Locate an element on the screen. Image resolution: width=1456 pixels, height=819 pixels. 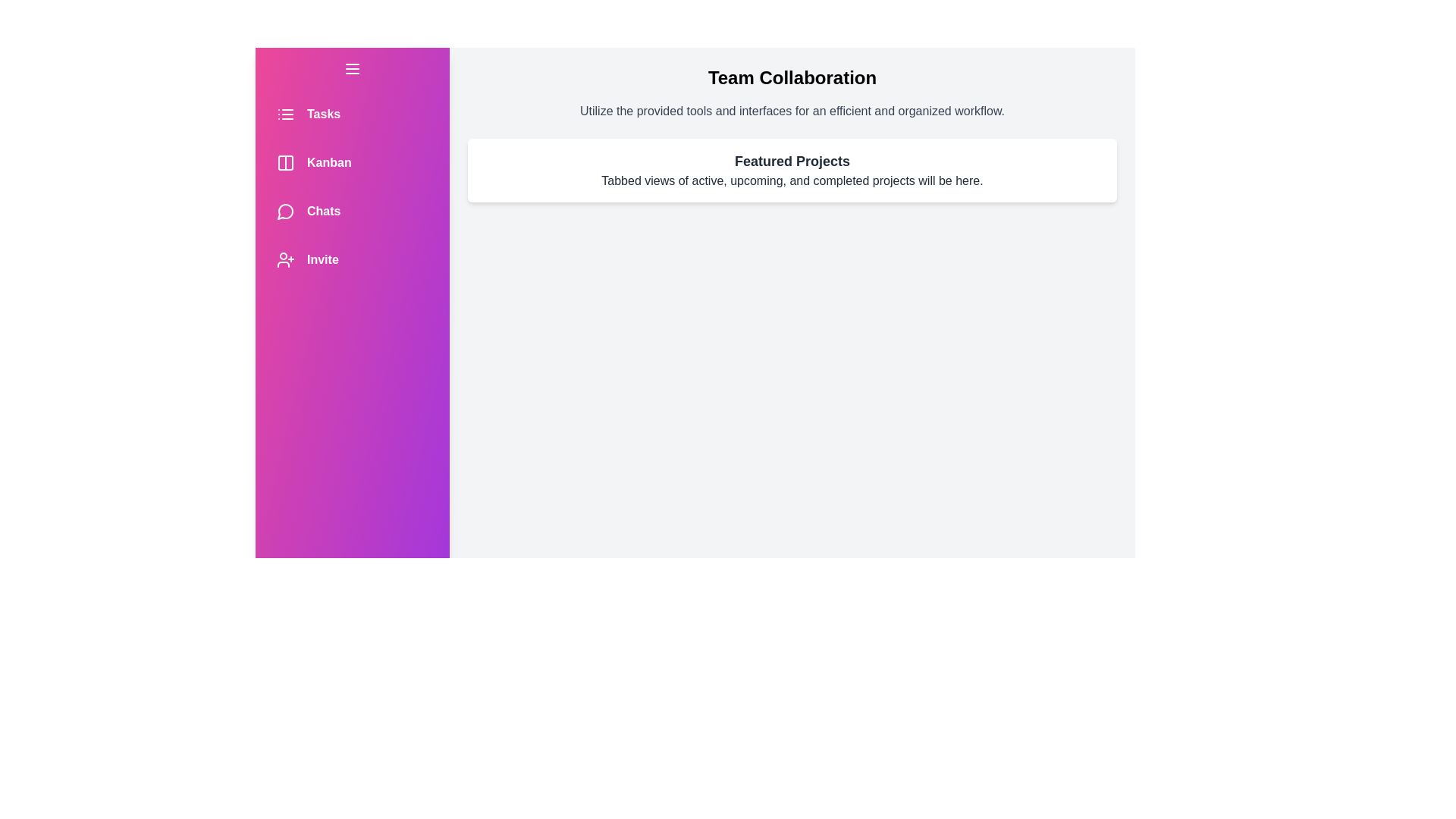
the navigation item Tasks to trigger its hover effect is located at coordinates (352, 113).